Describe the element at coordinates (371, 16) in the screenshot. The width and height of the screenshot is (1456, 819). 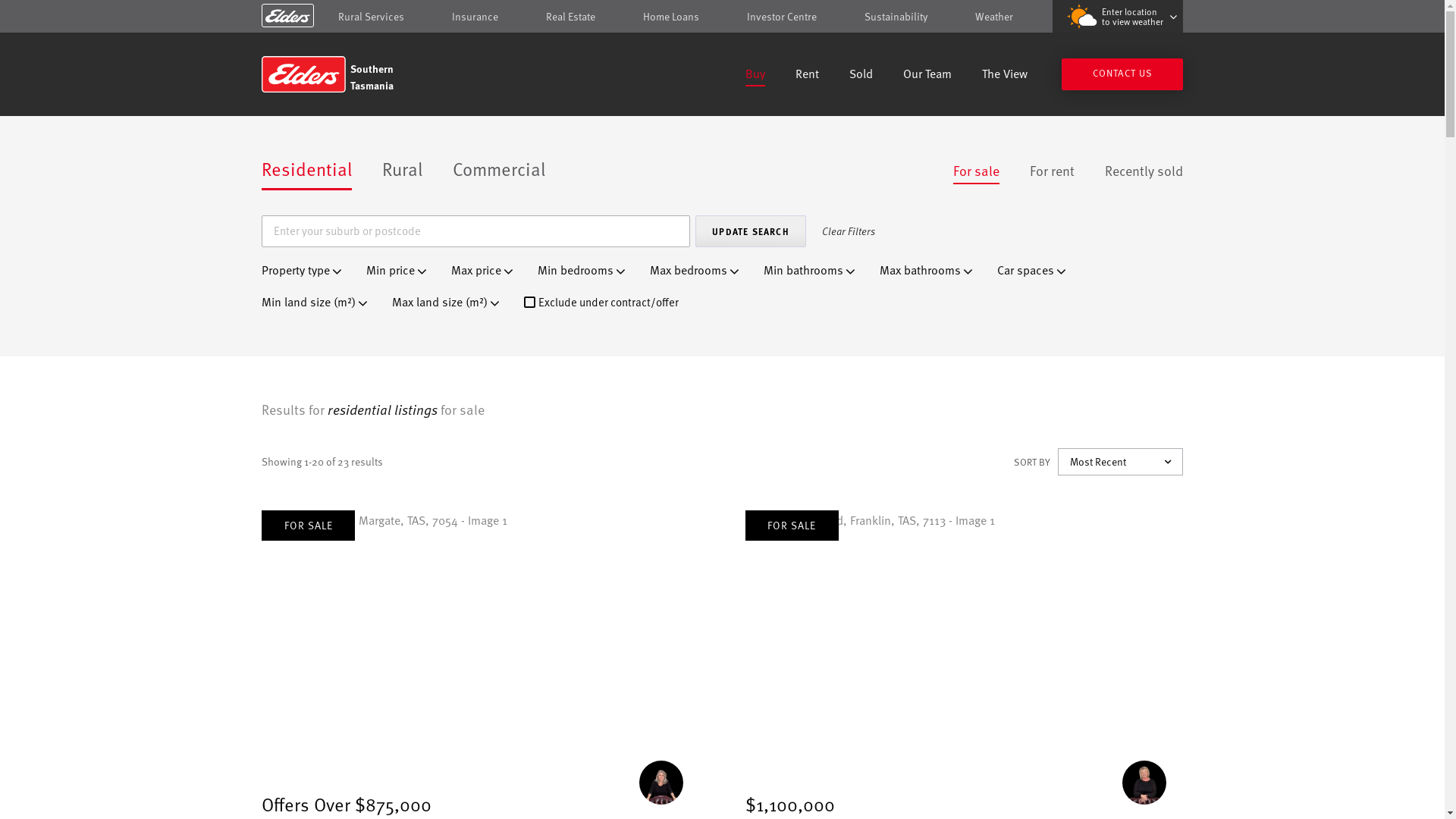
I see `'Rural Services'` at that location.